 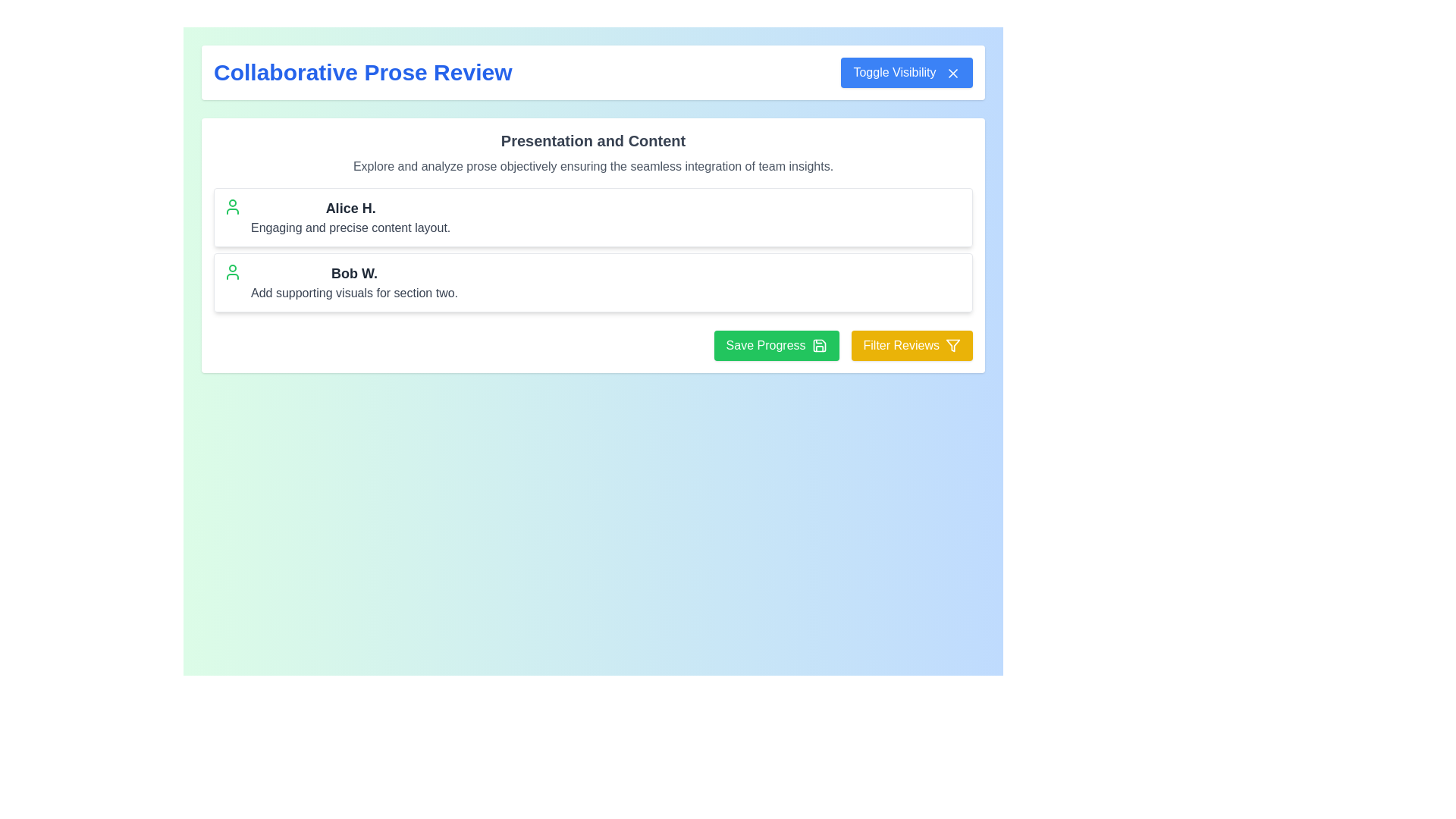 I want to click on the close SVG icon located on the far right of the 'Toggle Visibility' button in the top-right corner of the interface, so click(x=952, y=73).